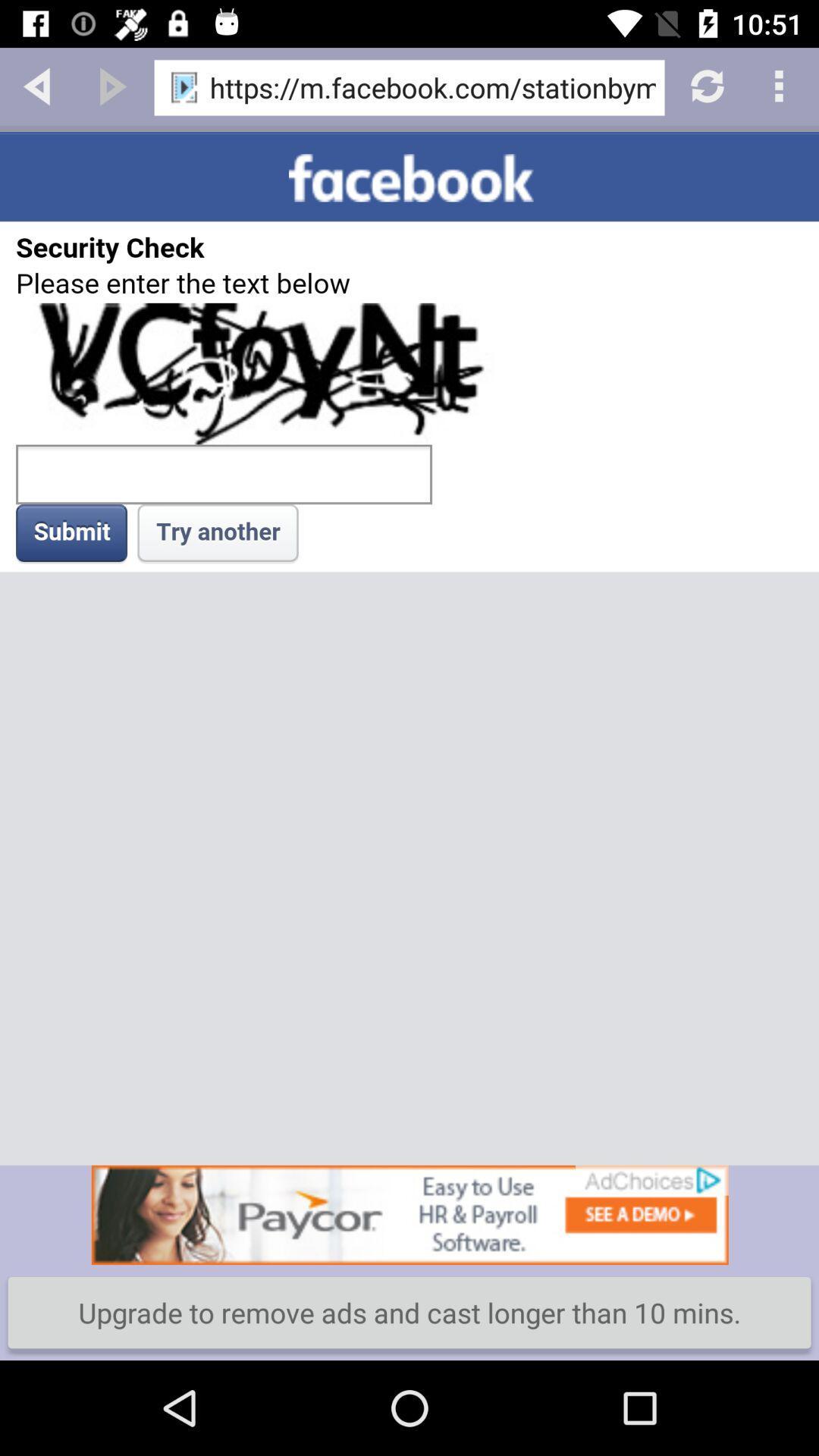 The image size is (819, 1456). Describe the element at coordinates (409, 648) in the screenshot. I see `facebook app` at that location.